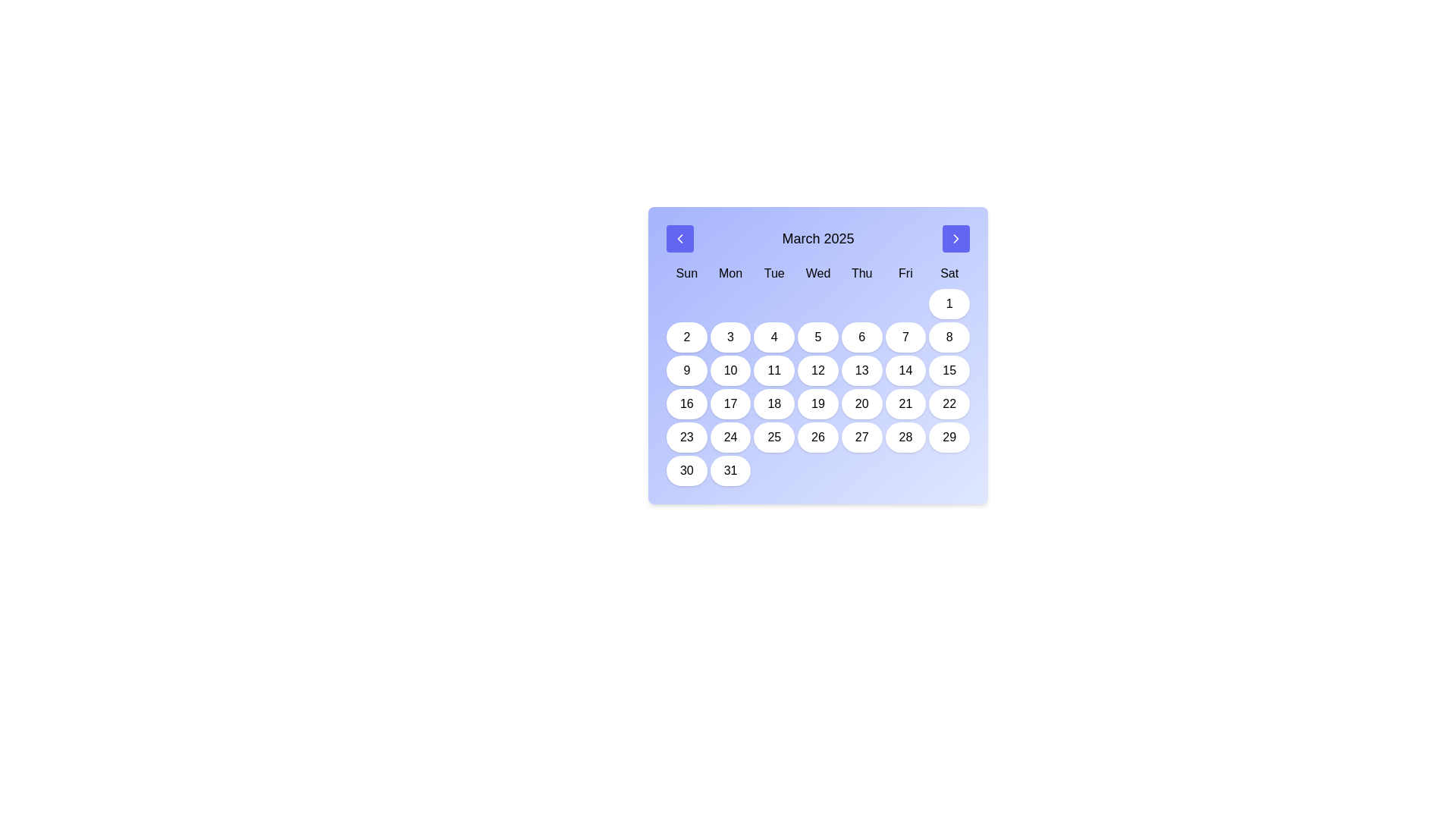 This screenshot has height=819, width=1456. I want to click on the circular button displaying the number '18' in the March 2025 calendar grid, so click(774, 403).